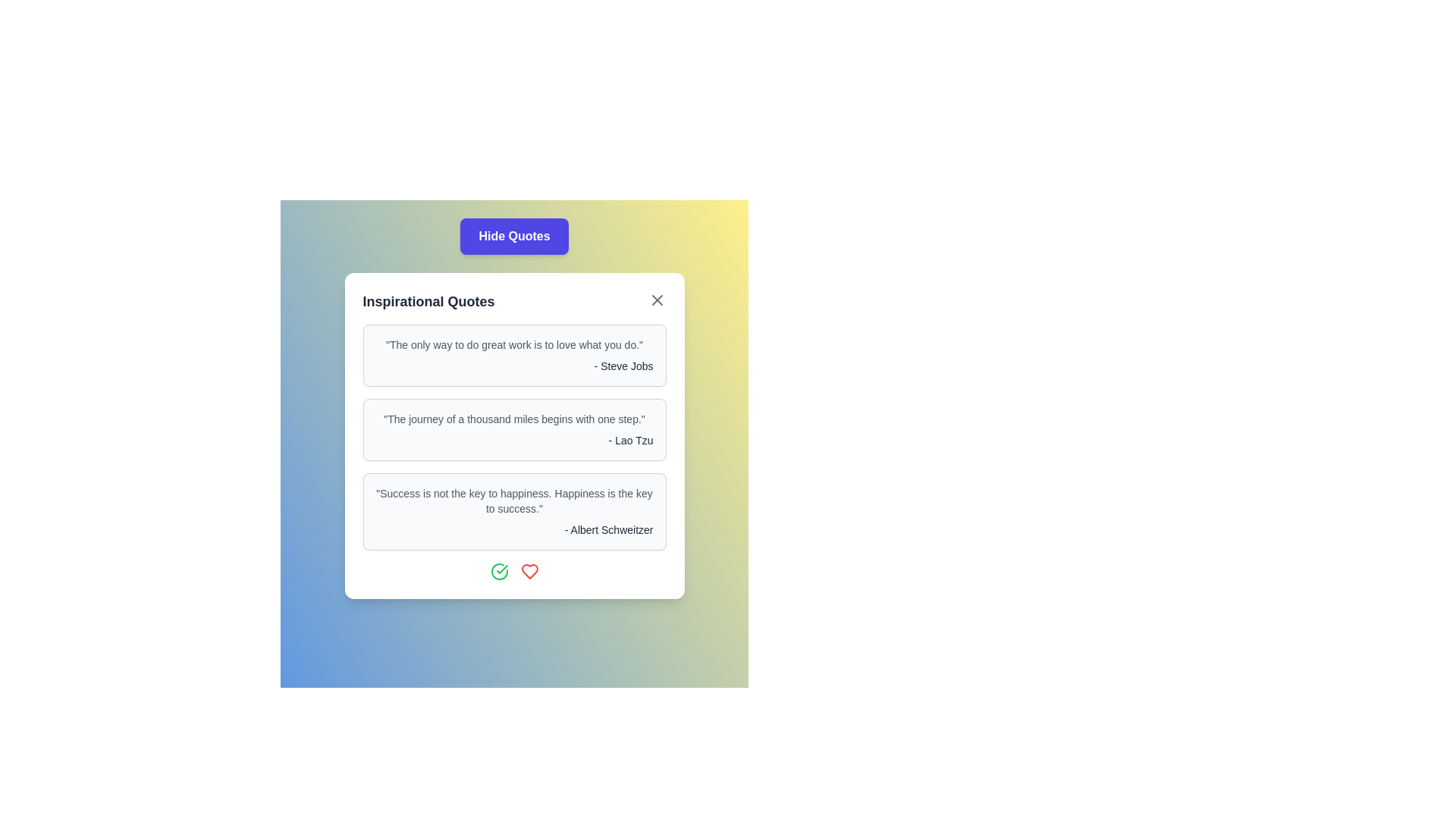 Image resolution: width=1456 pixels, height=819 pixels. What do you see at coordinates (514, 512) in the screenshot?
I see `text content of the third quote box within the 'Inspirational Quotes' section, positioned below the second quote and above the action buttons` at bounding box center [514, 512].